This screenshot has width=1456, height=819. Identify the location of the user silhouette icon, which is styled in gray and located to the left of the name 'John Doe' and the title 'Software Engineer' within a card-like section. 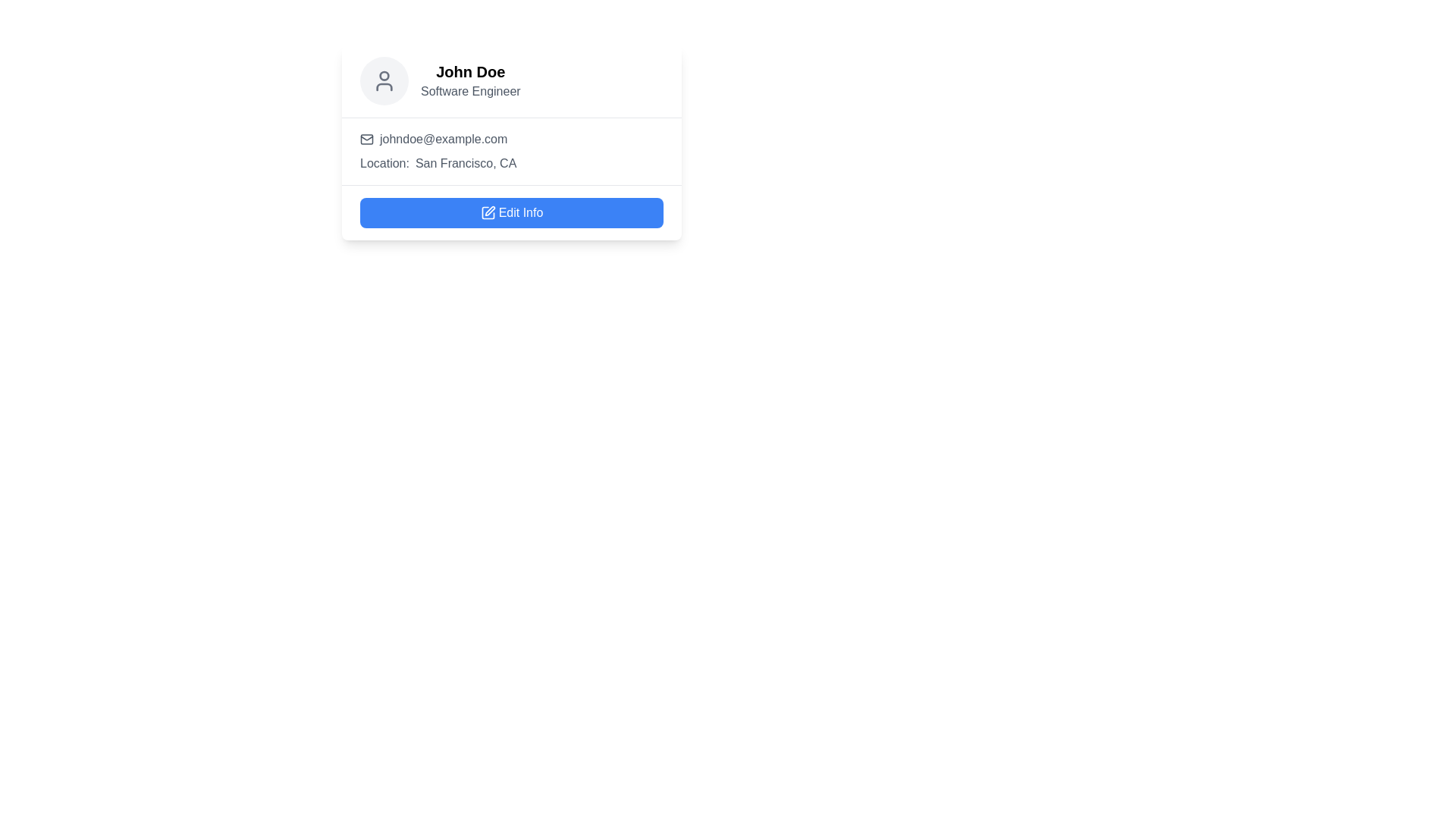
(384, 81).